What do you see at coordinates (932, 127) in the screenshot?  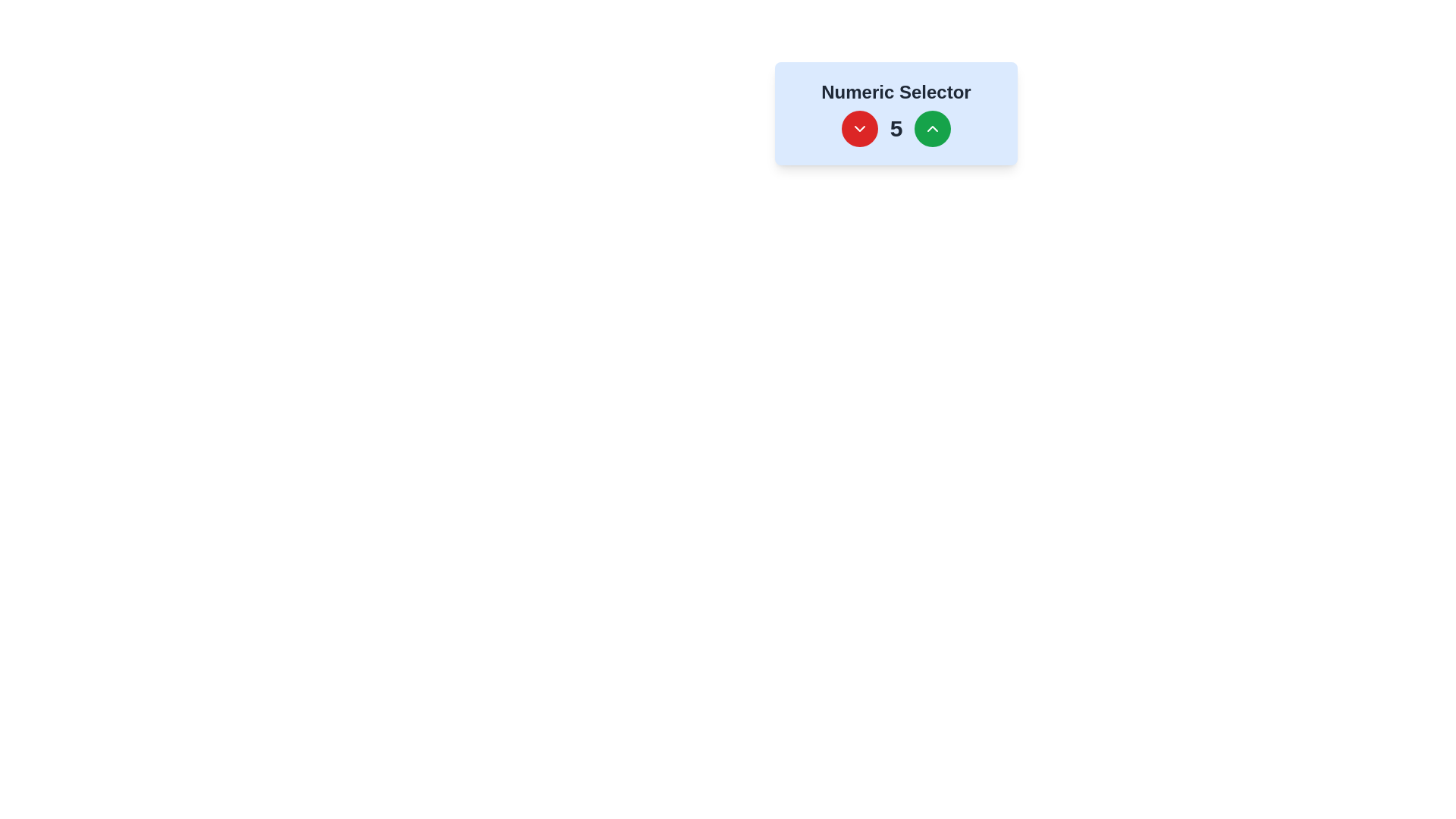 I see `the green circular button with an upward-pointing chevron located on the right side of the numeric selector interface` at bounding box center [932, 127].